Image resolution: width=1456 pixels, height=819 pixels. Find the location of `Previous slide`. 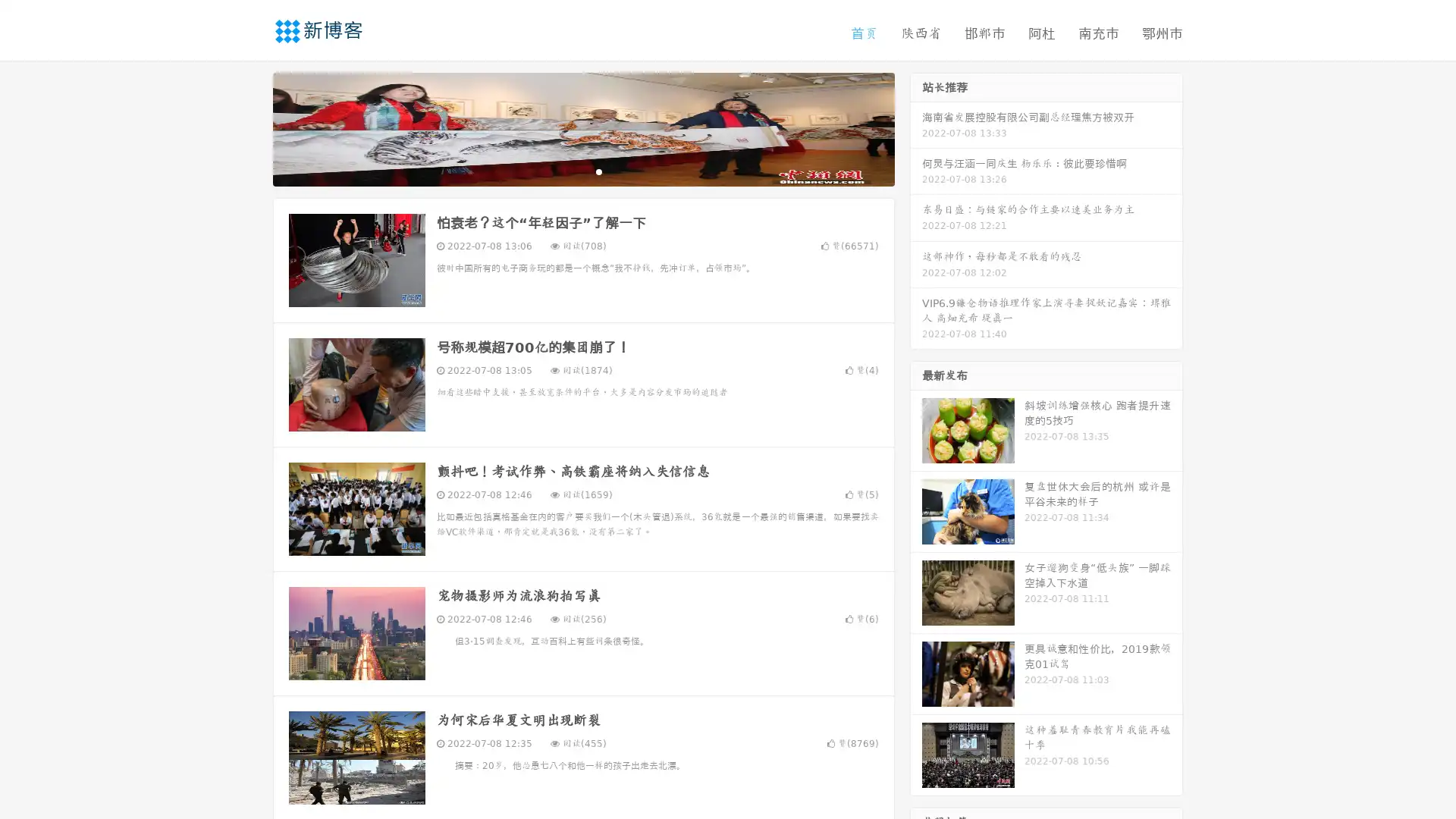

Previous slide is located at coordinates (250, 127).